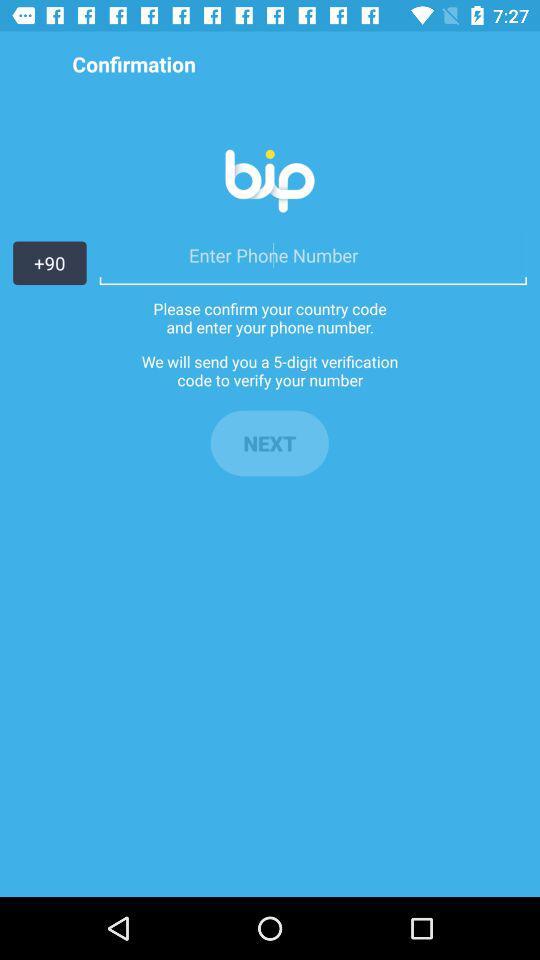 This screenshot has height=960, width=540. I want to click on the item next to +90, so click(313, 254).